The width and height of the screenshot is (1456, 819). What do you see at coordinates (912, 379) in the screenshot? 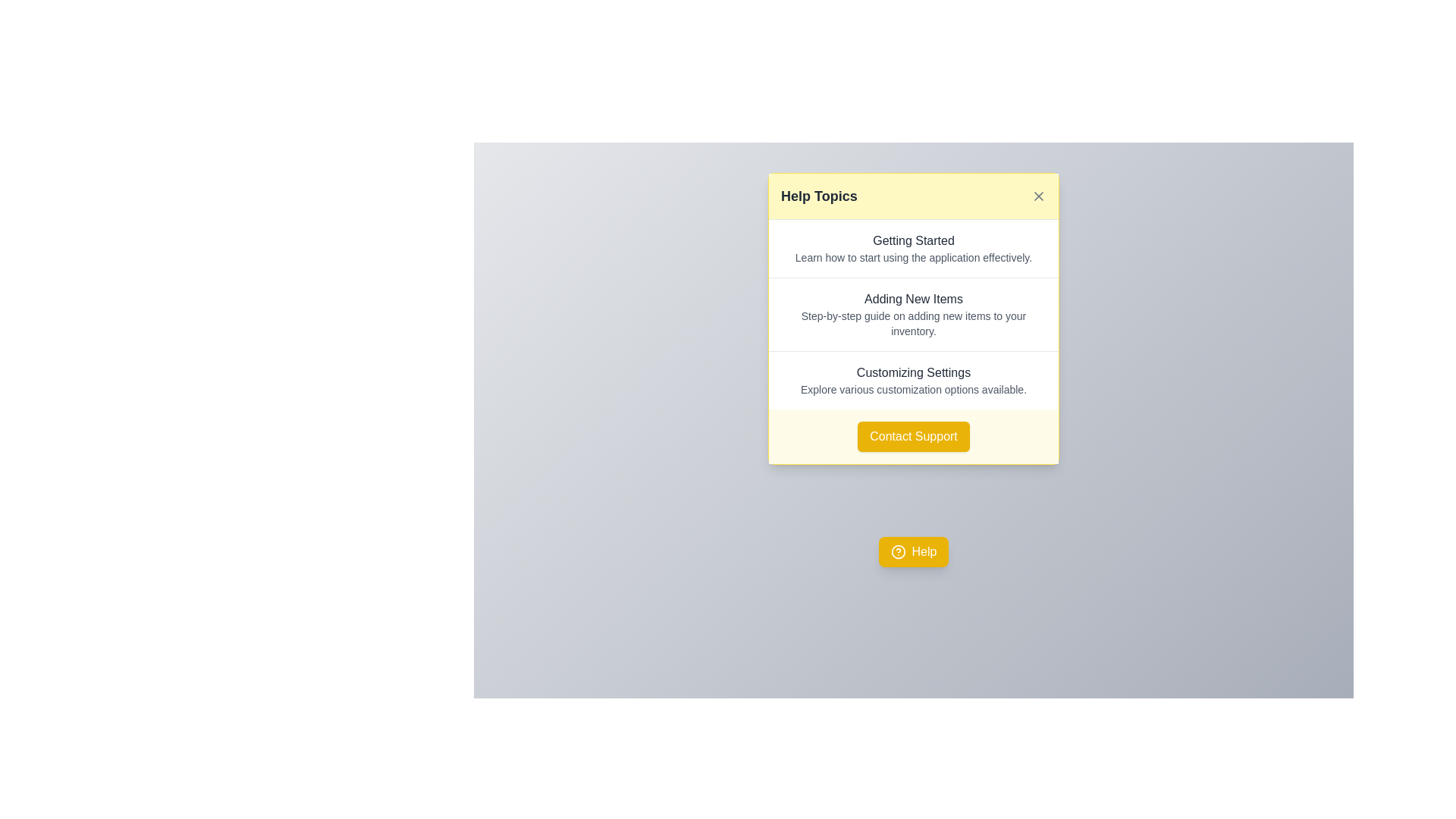
I see `the third item in the 'Help Topics' panel, which provides information about 'Customizing Settings.'` at bounding box center [912, 379].